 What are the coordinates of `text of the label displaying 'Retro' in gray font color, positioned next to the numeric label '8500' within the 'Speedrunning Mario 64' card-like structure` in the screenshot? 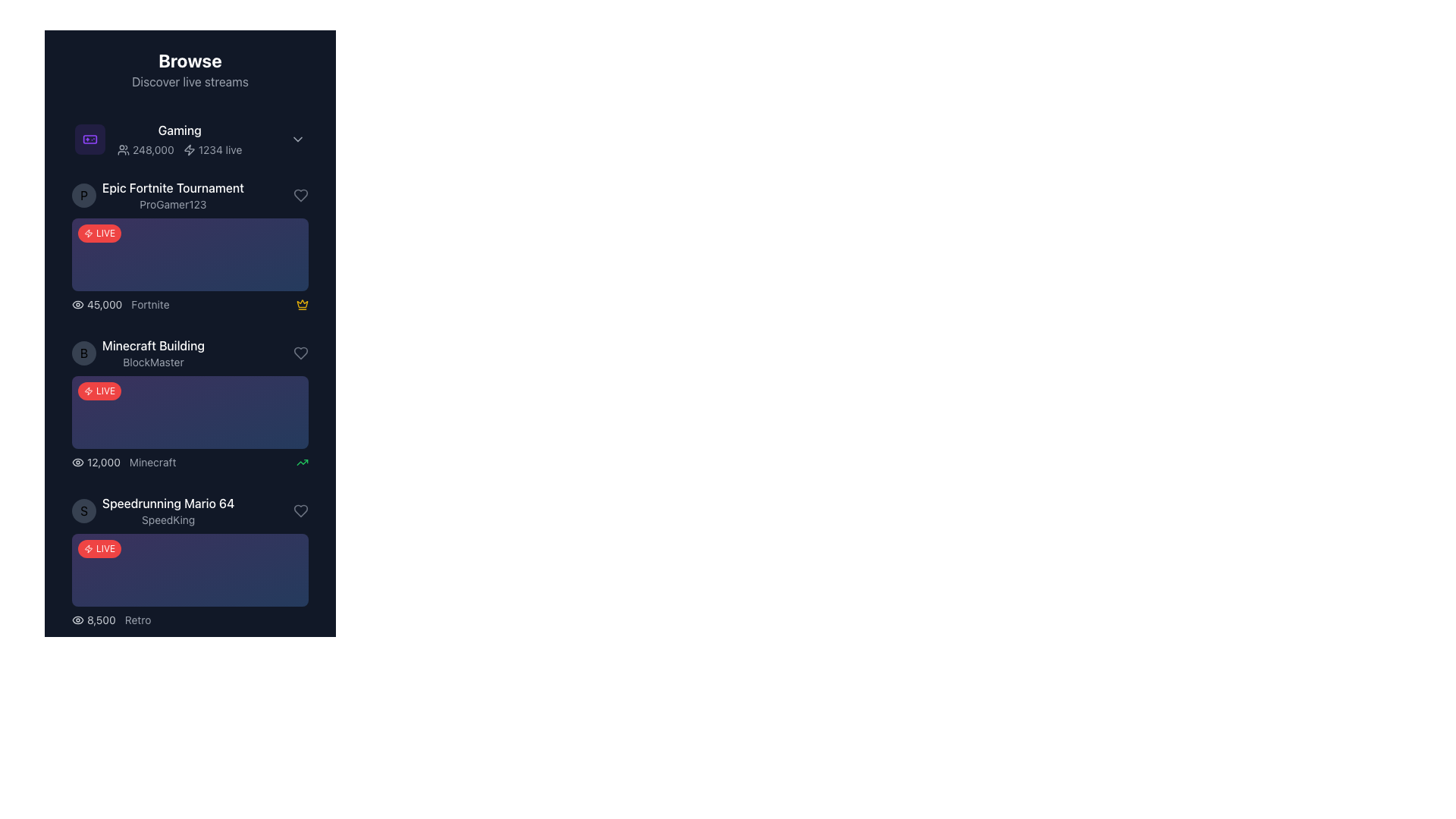 It's located at (138, 620).